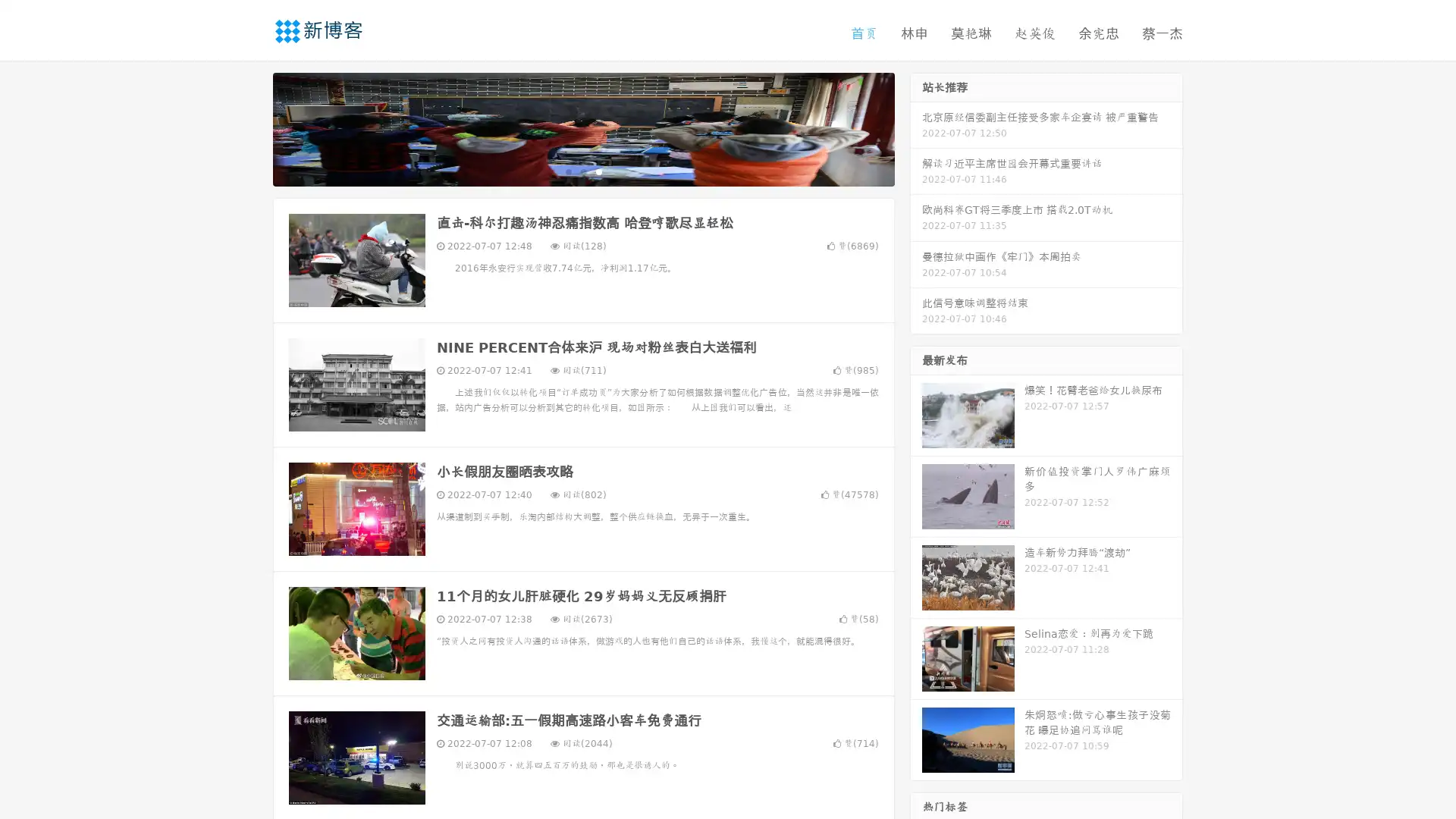  Describe the element at coordinates (582, 171) in the screenshot. I see `Go to slide 2` at that location.